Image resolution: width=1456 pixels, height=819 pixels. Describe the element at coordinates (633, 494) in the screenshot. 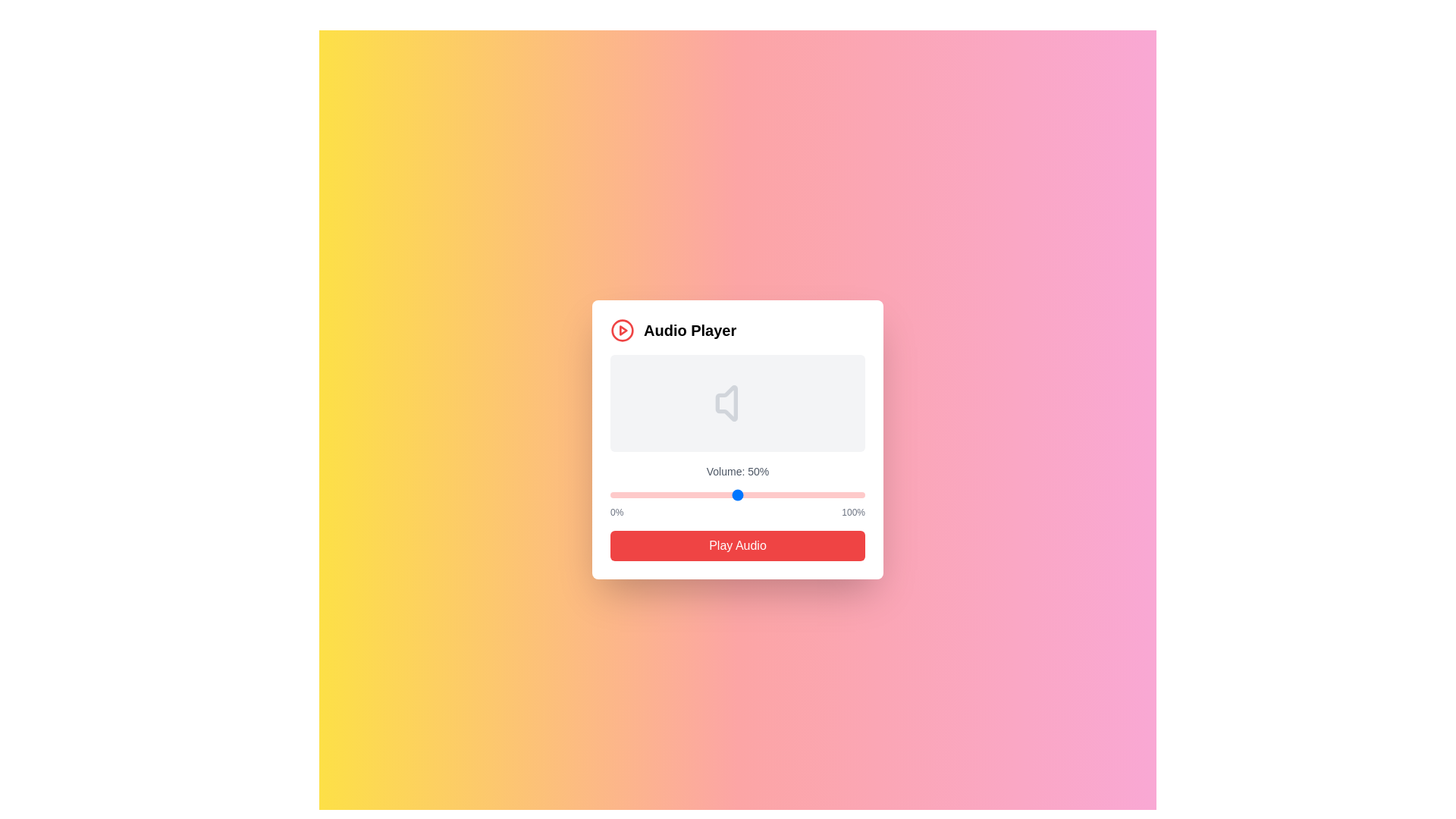

I see `the volume slider to set the volume to 9%` at that location.